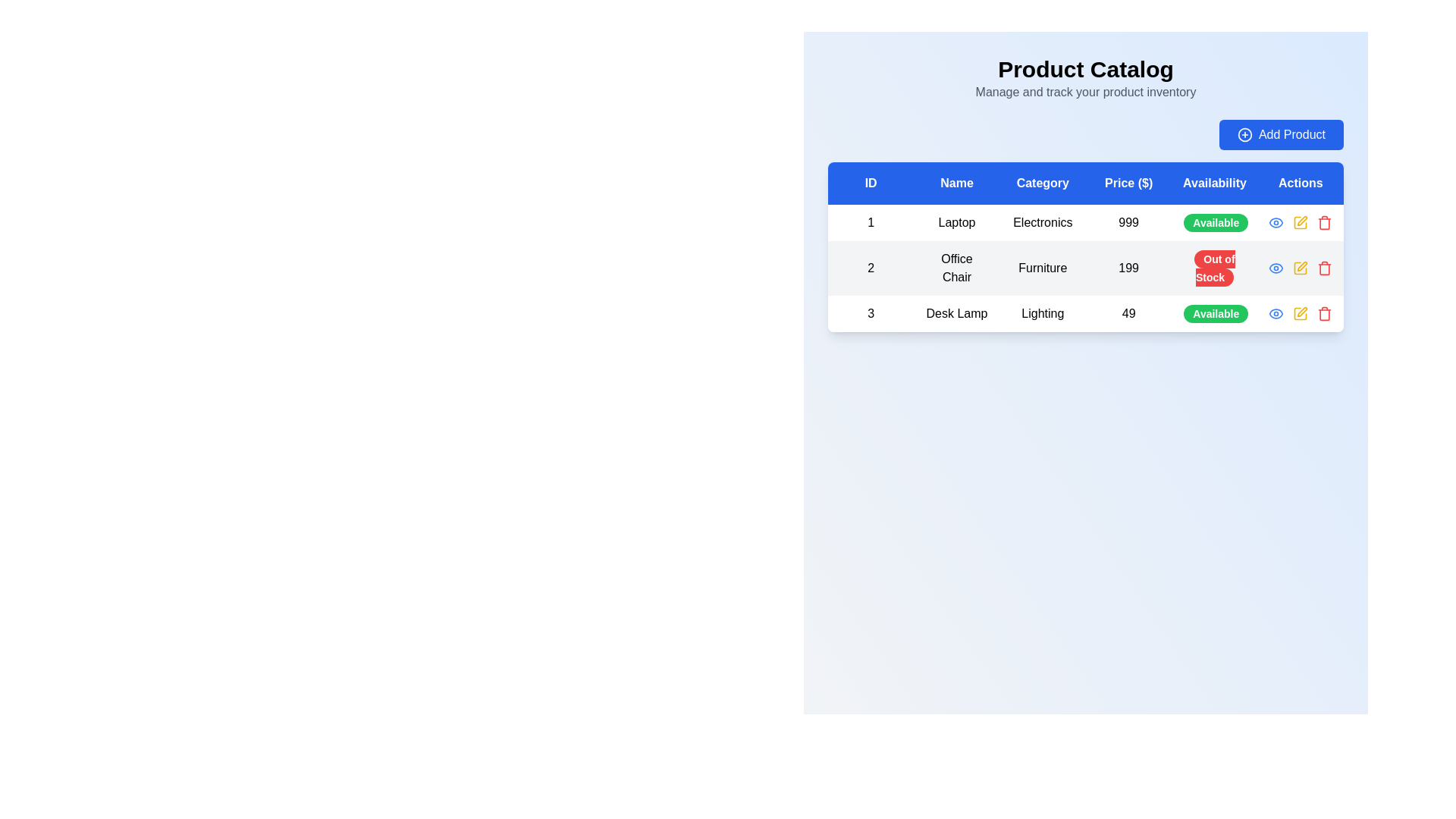 The width and height of the screenshot is (1456, 819). What do you see at coordinates (1042, 222) in the screenshot?
I see `the text displayed in the 'Category' column of the first row, which is associated with the entry for 'Laptop'` at bounding box center [1042, 222].